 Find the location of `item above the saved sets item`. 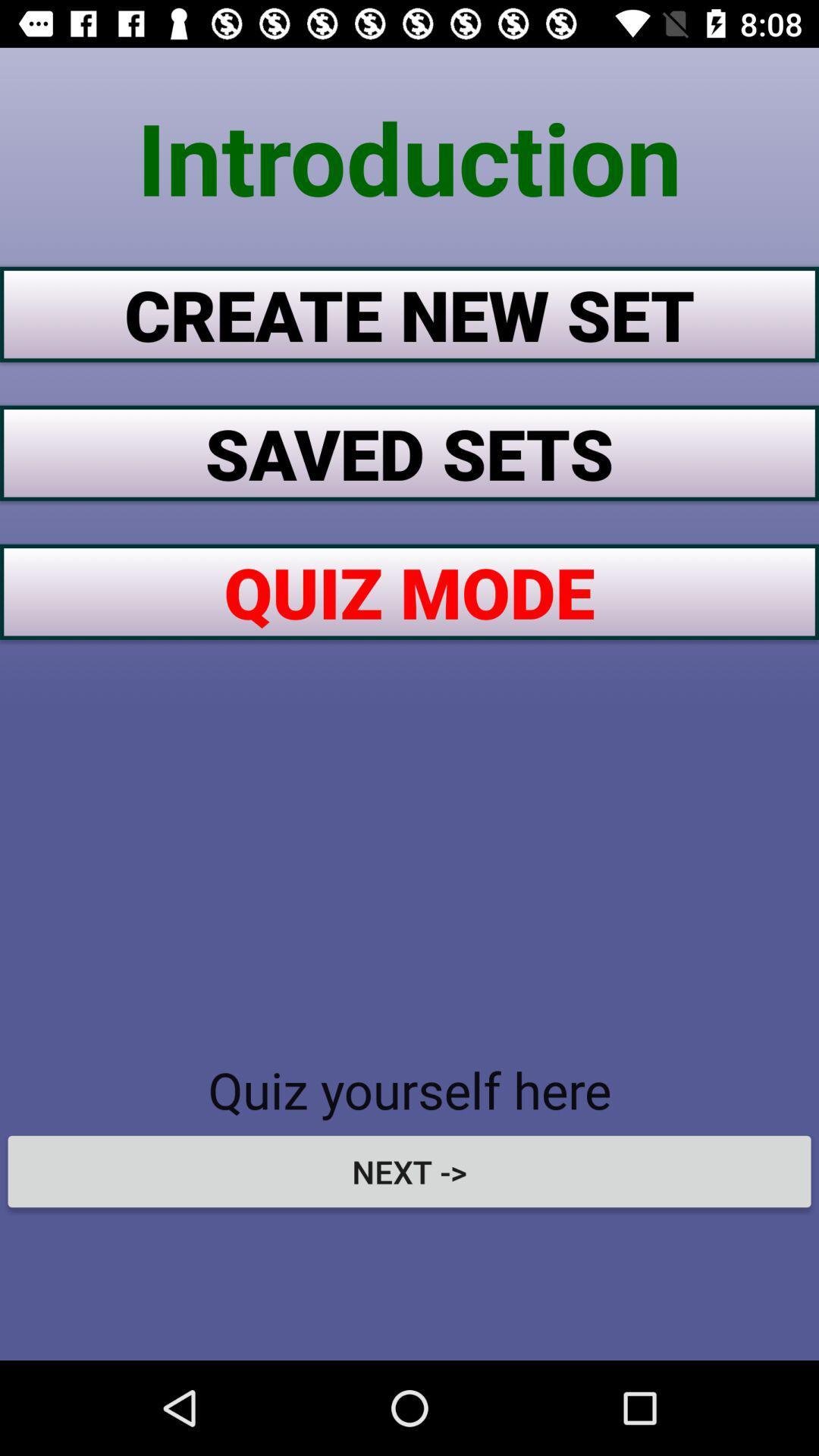

item above the saved sets item is located at coordinates (409, 313).